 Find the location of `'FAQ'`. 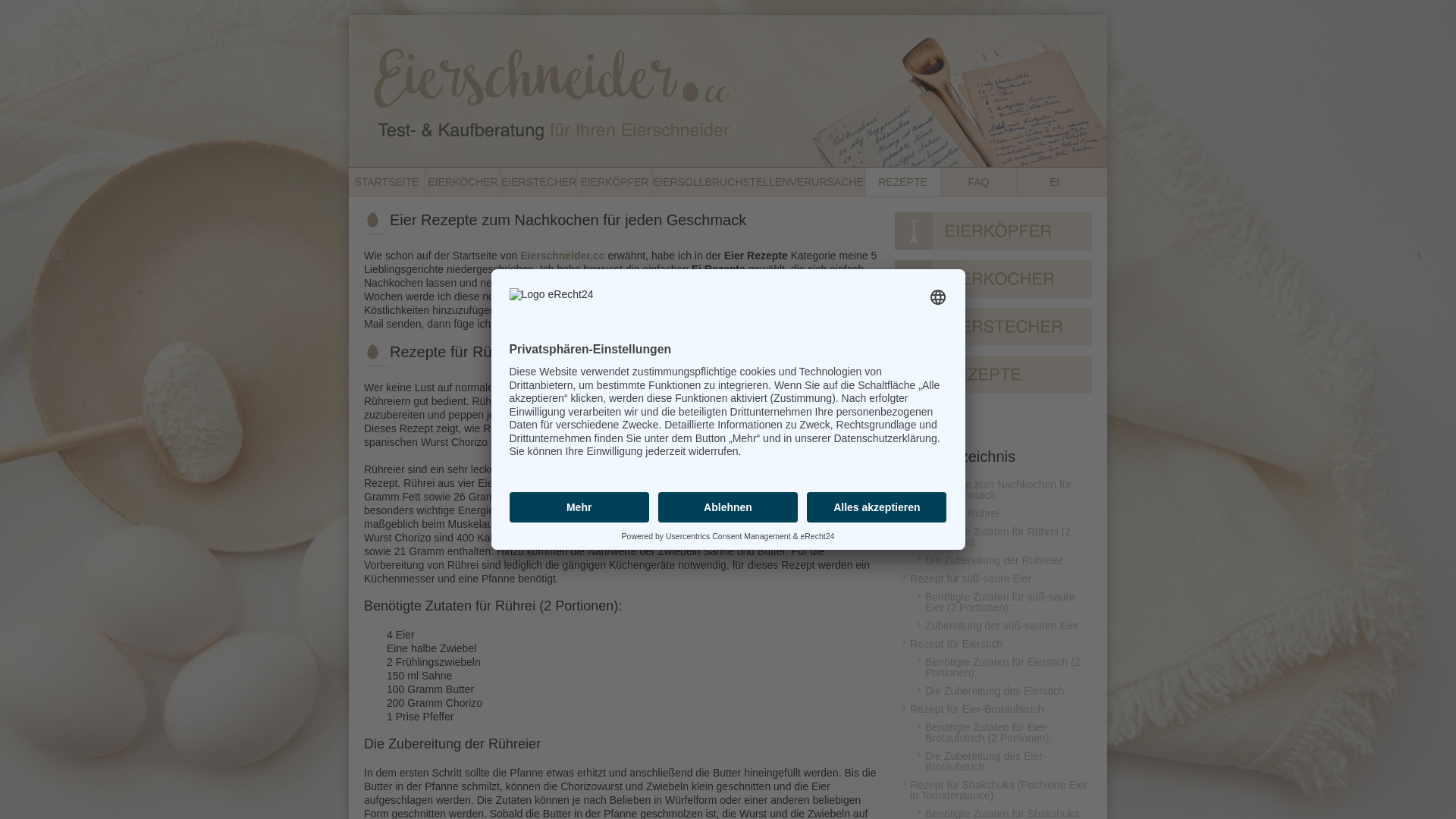

'FAQ' is located at coordinates (993, 426).